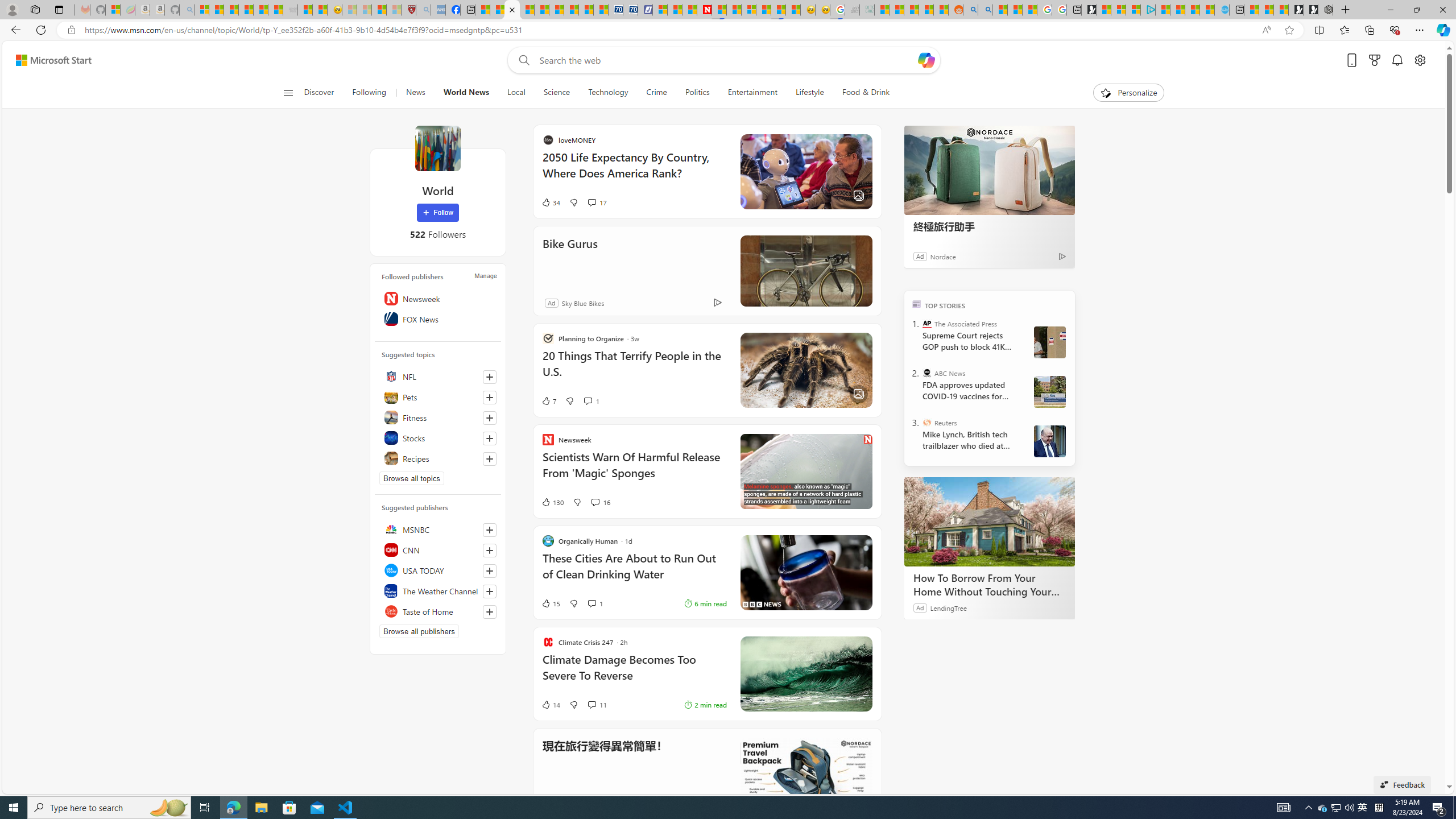 This screenshot has height=819, width=1456. Describe the element at coordinates (438, 610) in the screenshot. I see `'Taste of Home'` at that location.